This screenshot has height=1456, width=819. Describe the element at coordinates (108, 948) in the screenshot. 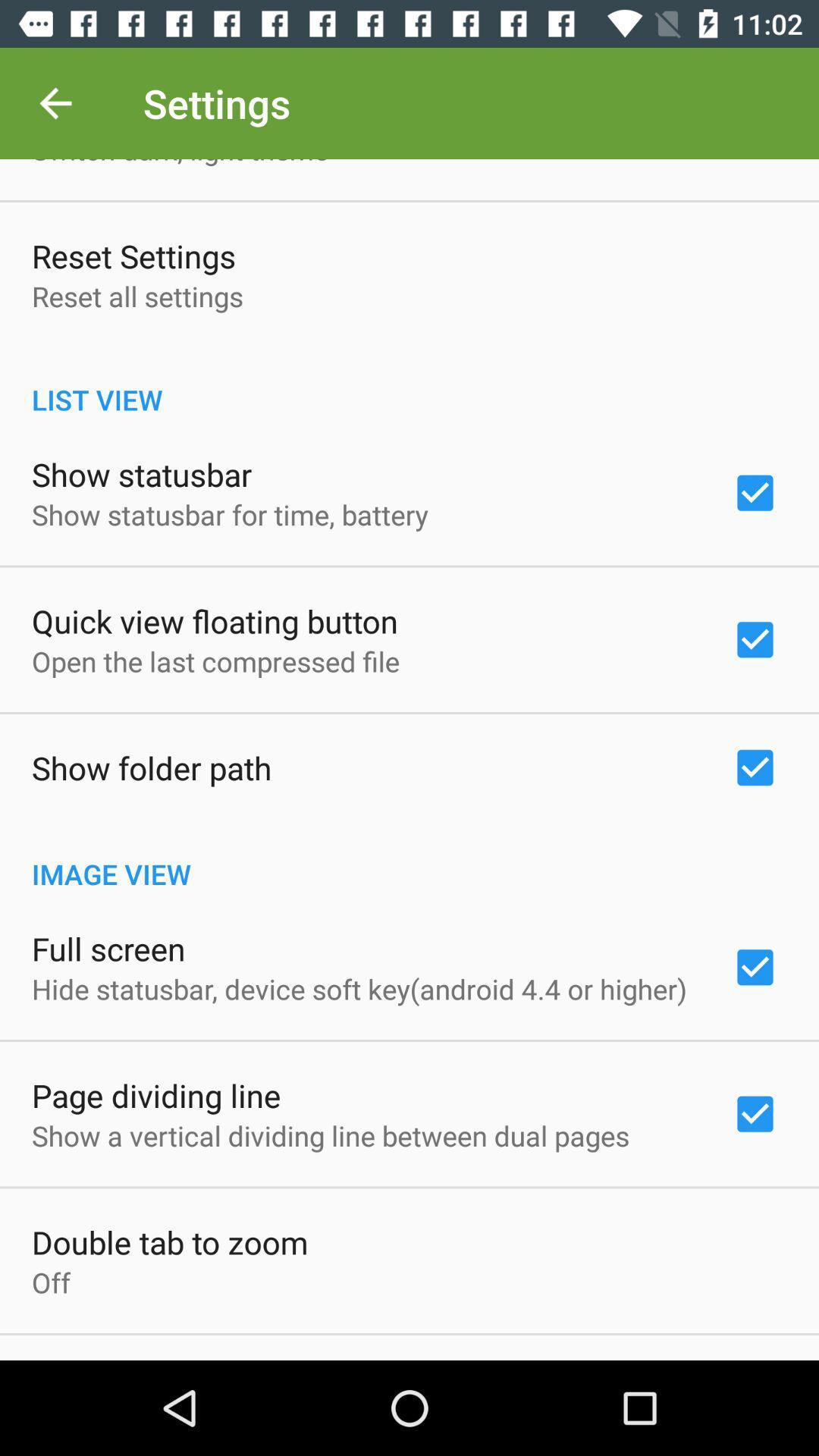

I see `full screen icon` at that location.